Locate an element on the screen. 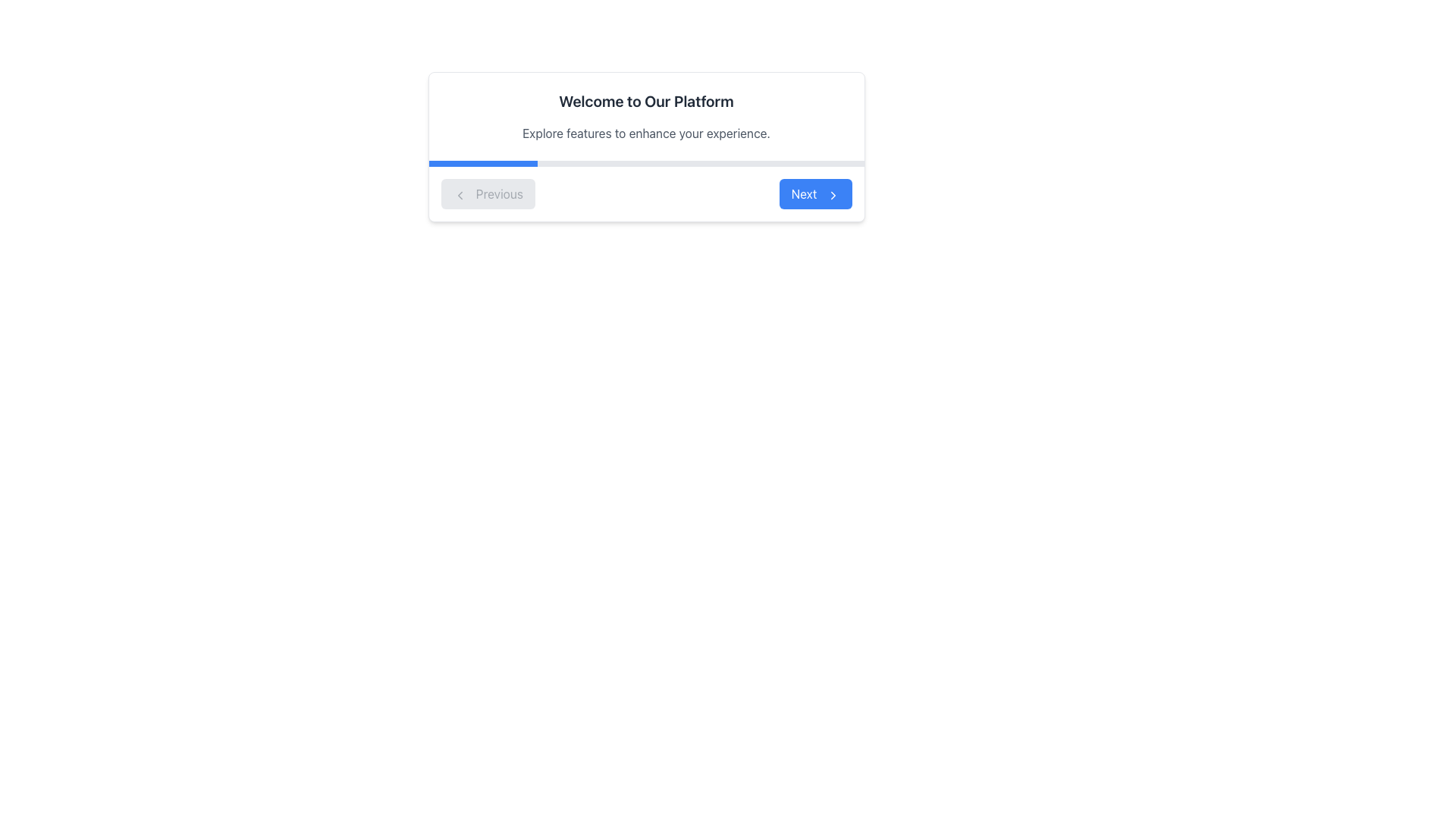 The width and height of the screenshot is (1456, 819). the progress bar located beneath the title 'Welcome to Our Platform' and above the buttons 'Previous' and 'Next' is located at coordinates (646, 164).